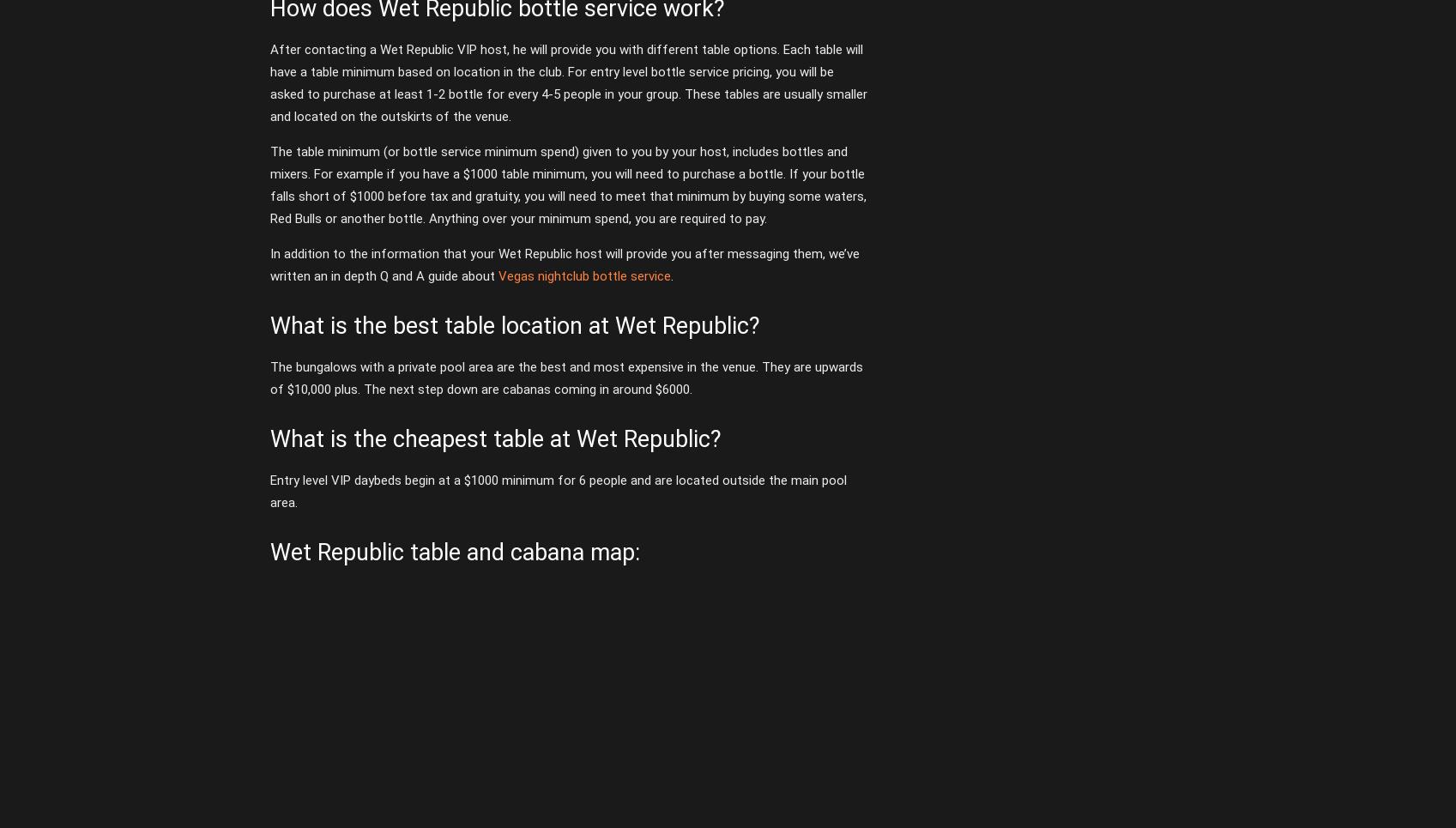  What do you see at coordinates (493, 438) in the screenshot?
I see `'What is the cheapest table at Wet Republic?'` at bounding box center [493, 438].